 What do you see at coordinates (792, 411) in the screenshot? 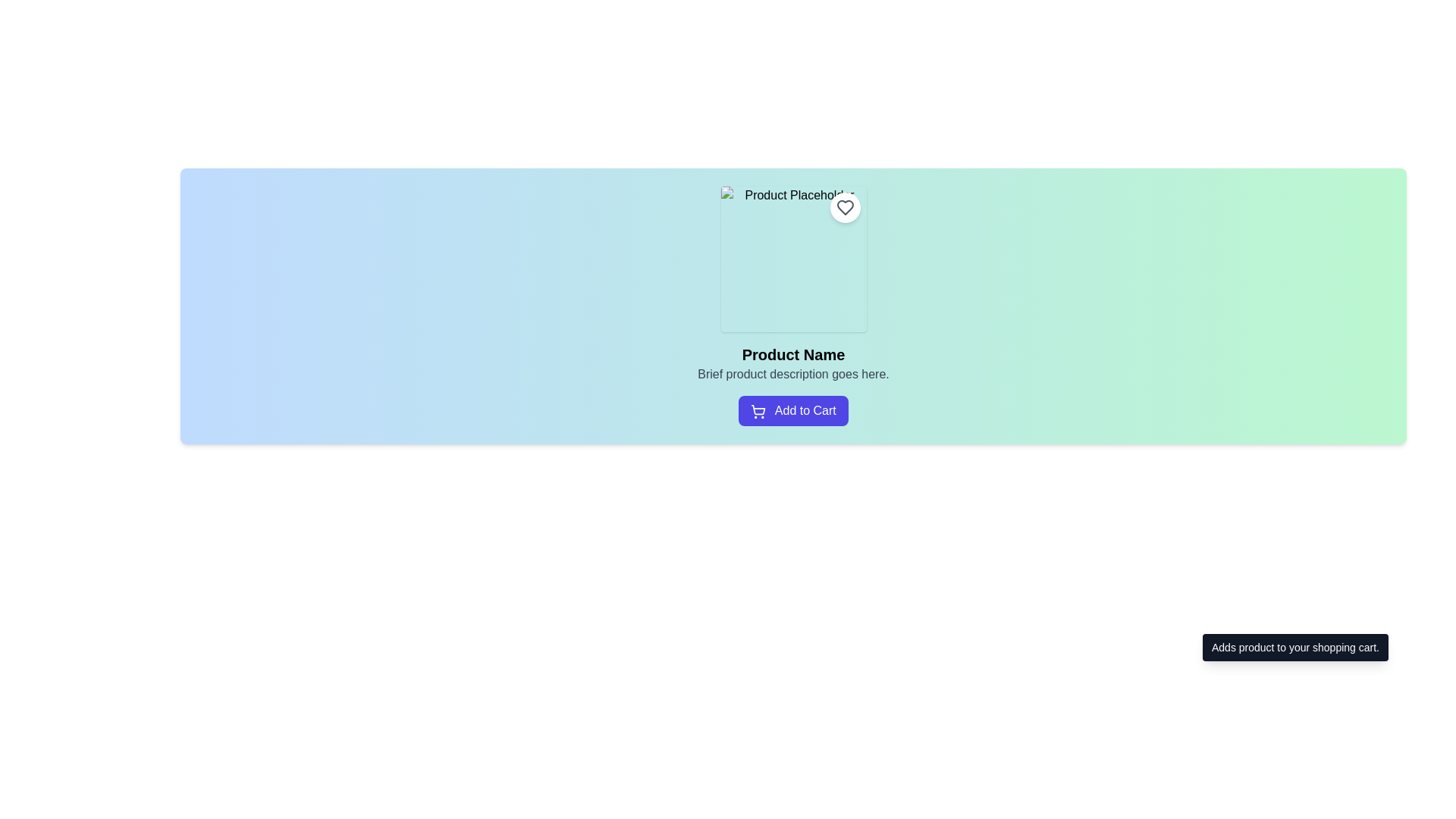
I see `the 'Add to Cart' button located below the product name and description in the product summary card` at bounding box center [792, 411].